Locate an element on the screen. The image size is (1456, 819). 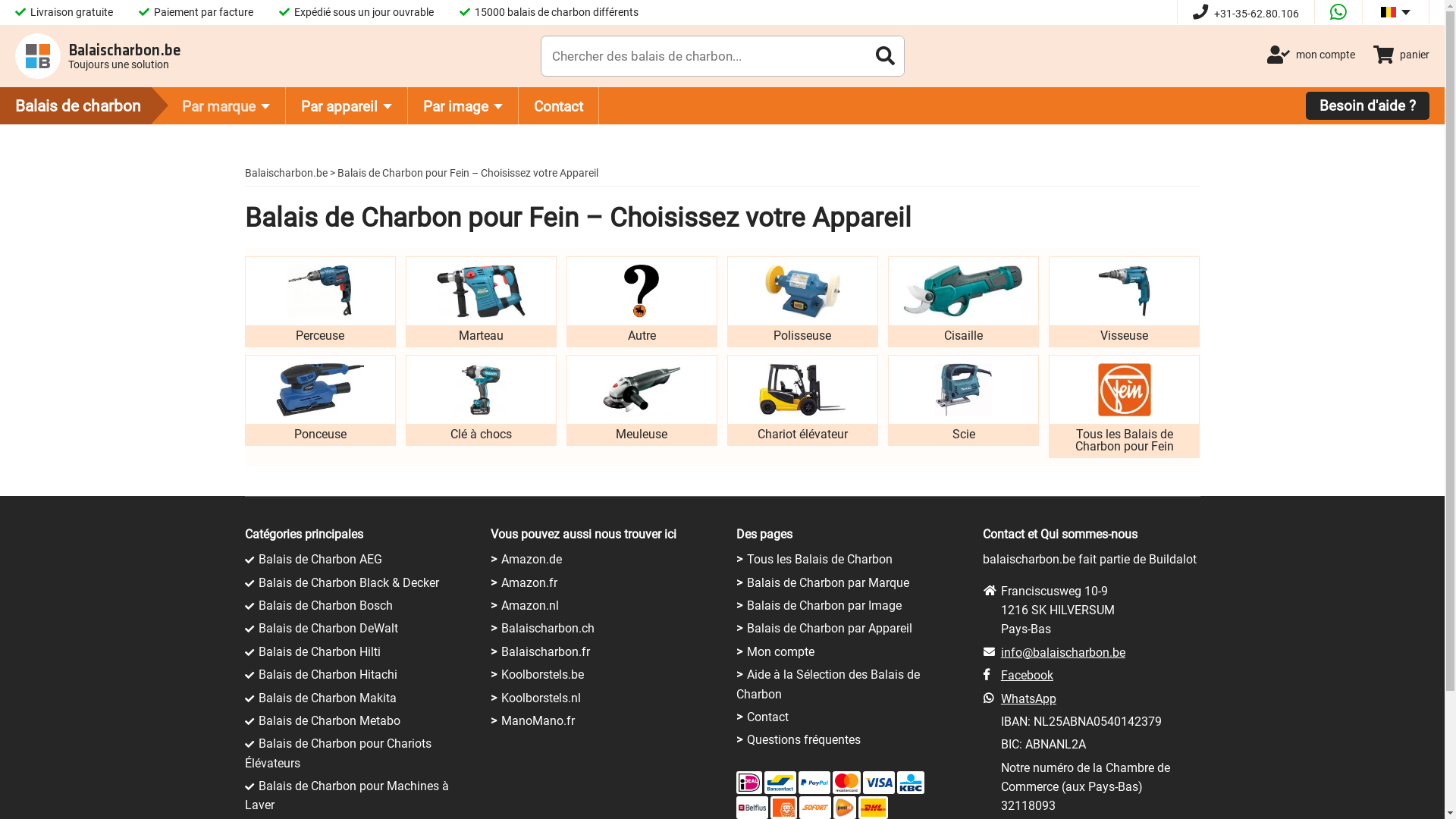
'Balais de Charbon DeWalt' is located at coordinates (258, 628).